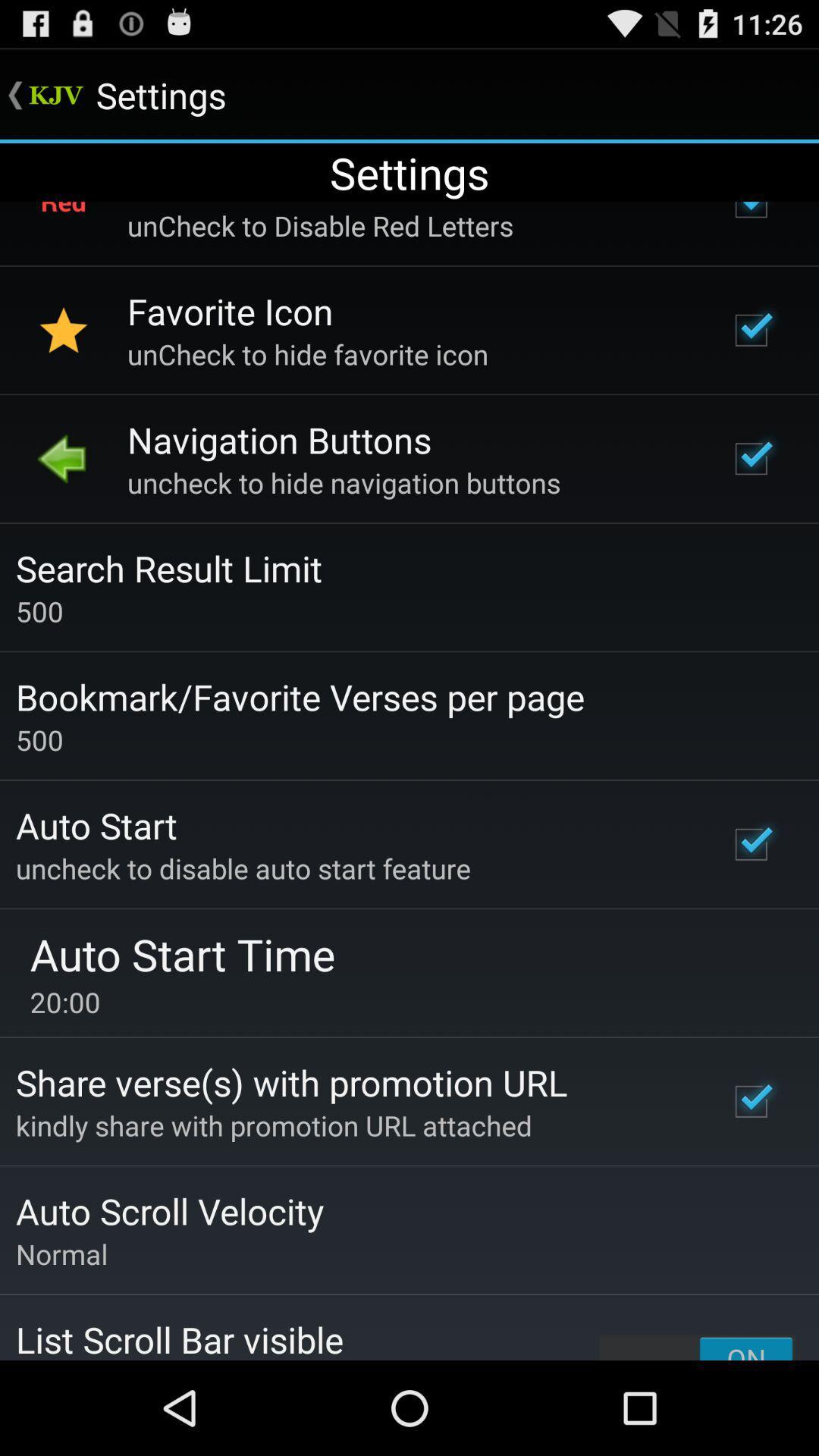 This screenshot has height=1456, width=819. I want to click on the icon above star, so click(63, 224).